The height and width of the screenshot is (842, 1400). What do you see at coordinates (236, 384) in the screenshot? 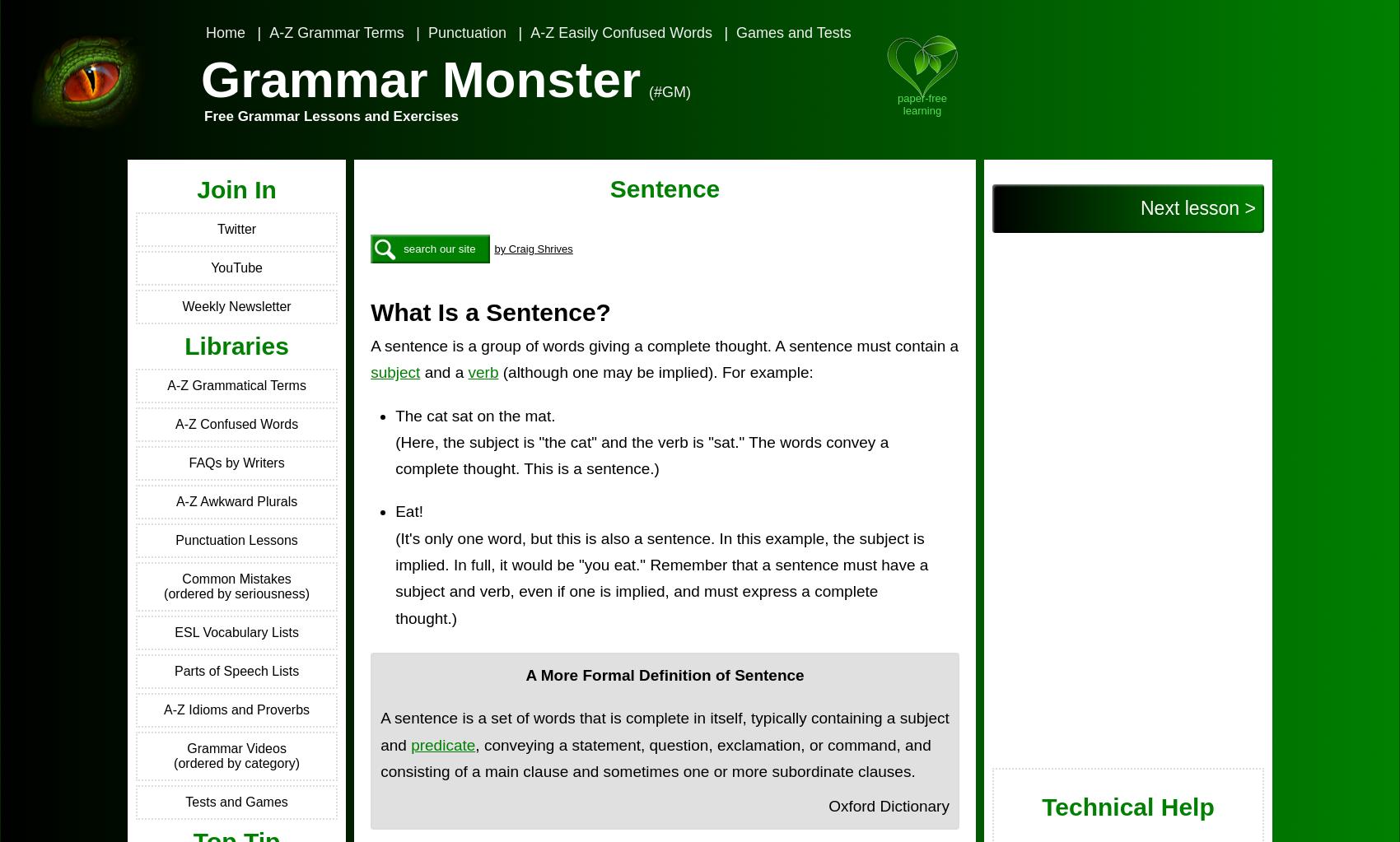
I see `'A-Z Grammatical Terms'` at bounding box center [236, 384].